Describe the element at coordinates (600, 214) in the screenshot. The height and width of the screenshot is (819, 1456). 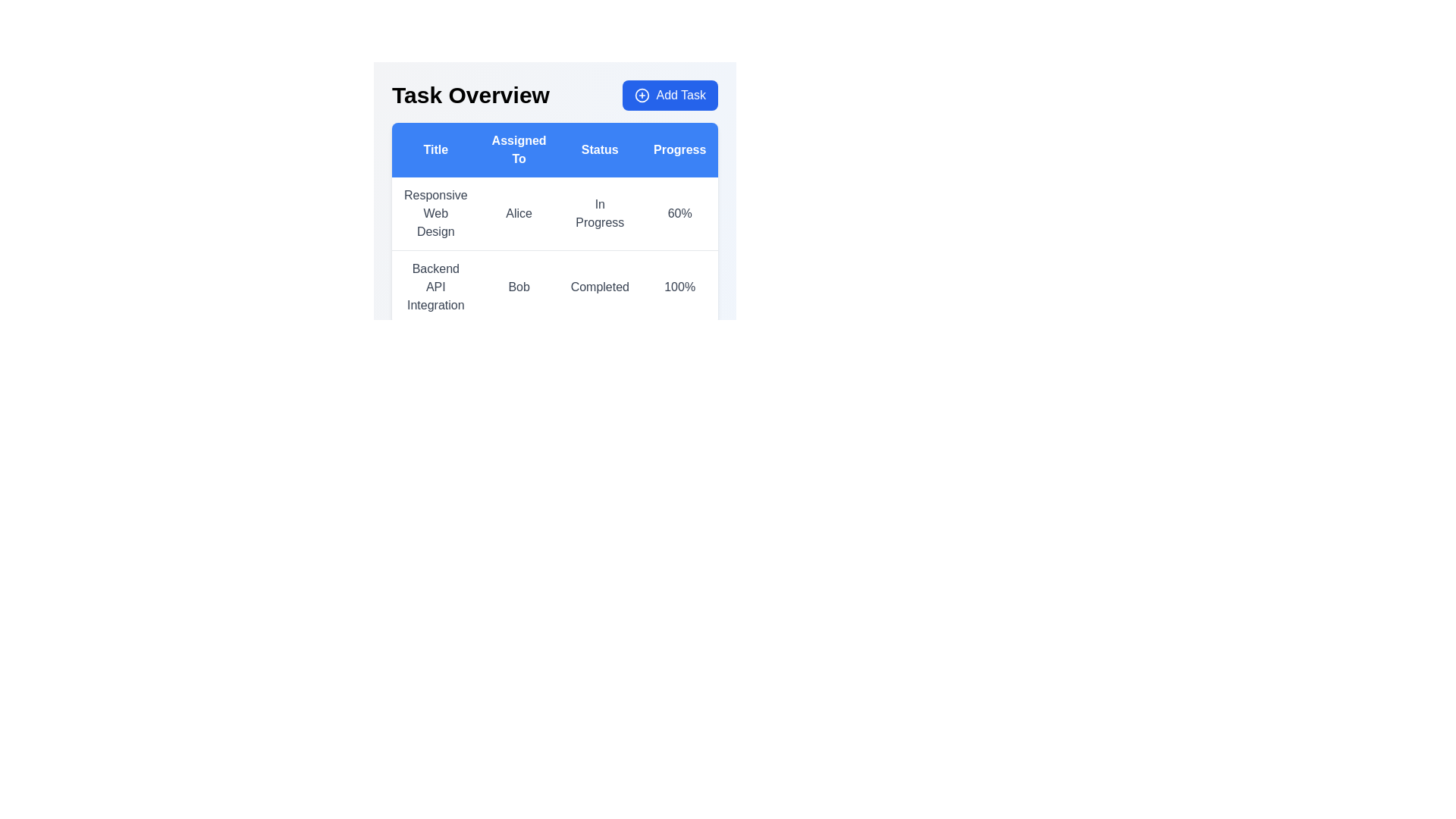
I see `the first row entry in the table that contains the text 'Responsive Web Design', 'Alice', 'In Progress', and '60%'` at that location.